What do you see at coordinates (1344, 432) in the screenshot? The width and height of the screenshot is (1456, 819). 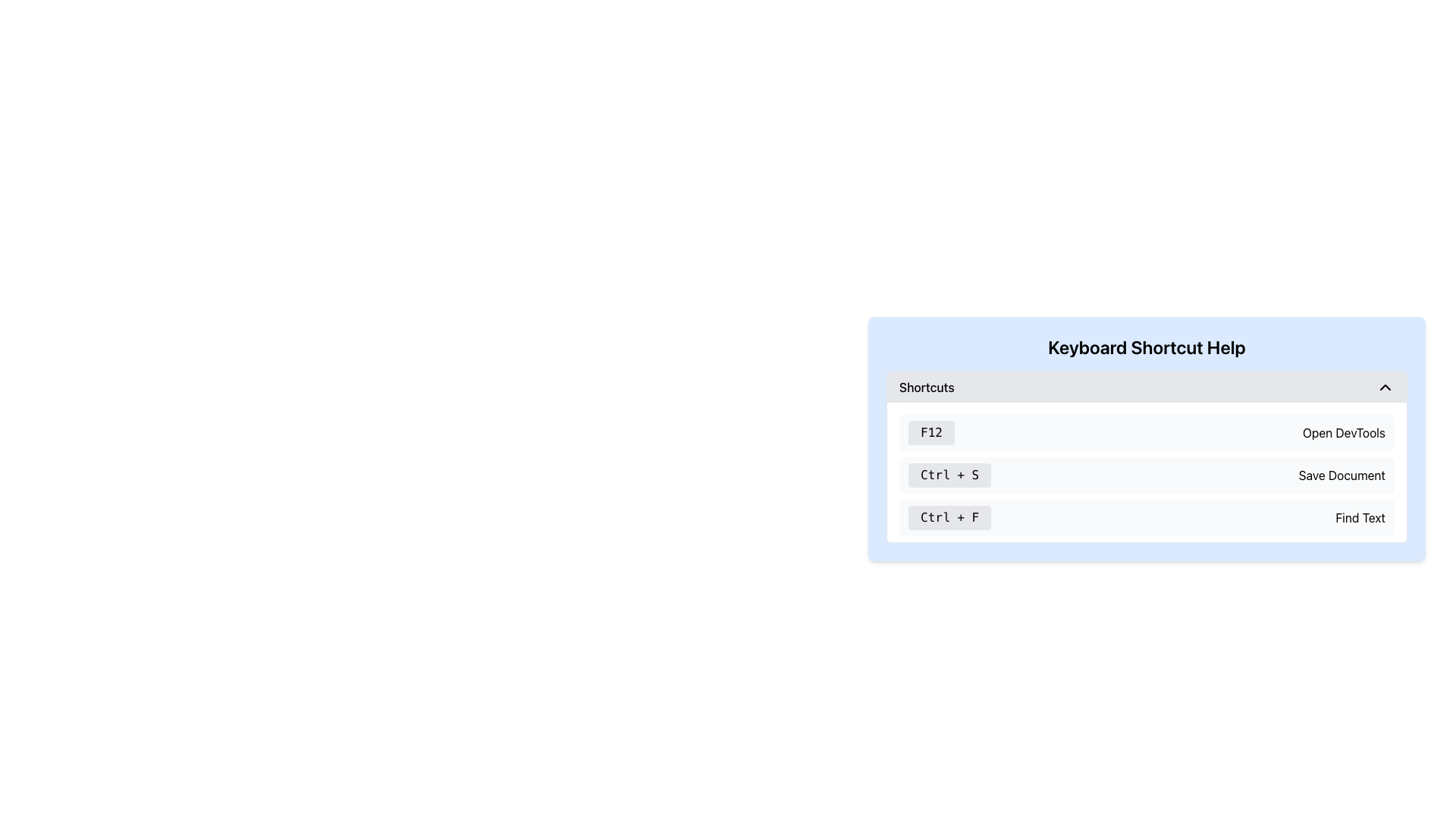 I see `the 'Open DevTools' label located in the 'Keyboard Shortcut Help' section, which is positioned to the right of the 'F12' label` at bounding box center [1344, 432].